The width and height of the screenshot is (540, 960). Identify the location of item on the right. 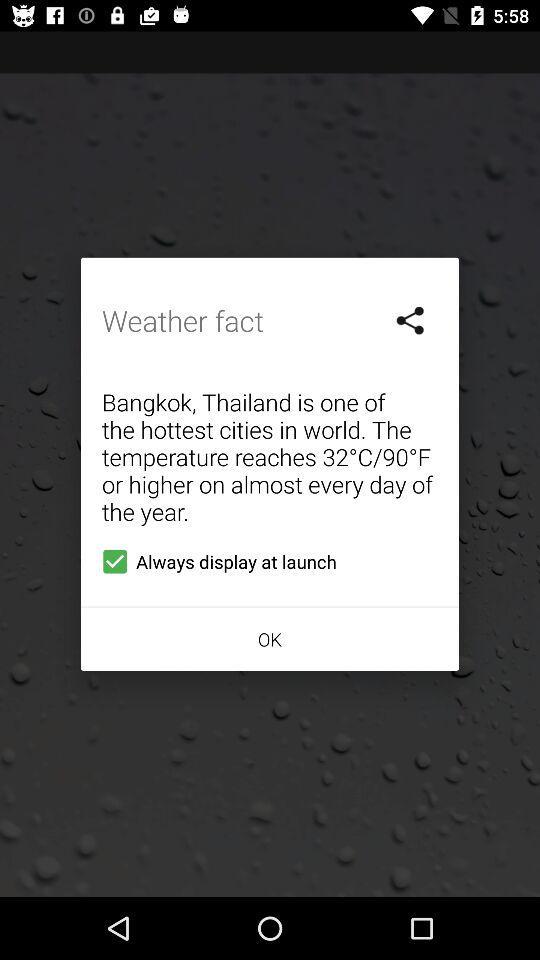
(410, 320).